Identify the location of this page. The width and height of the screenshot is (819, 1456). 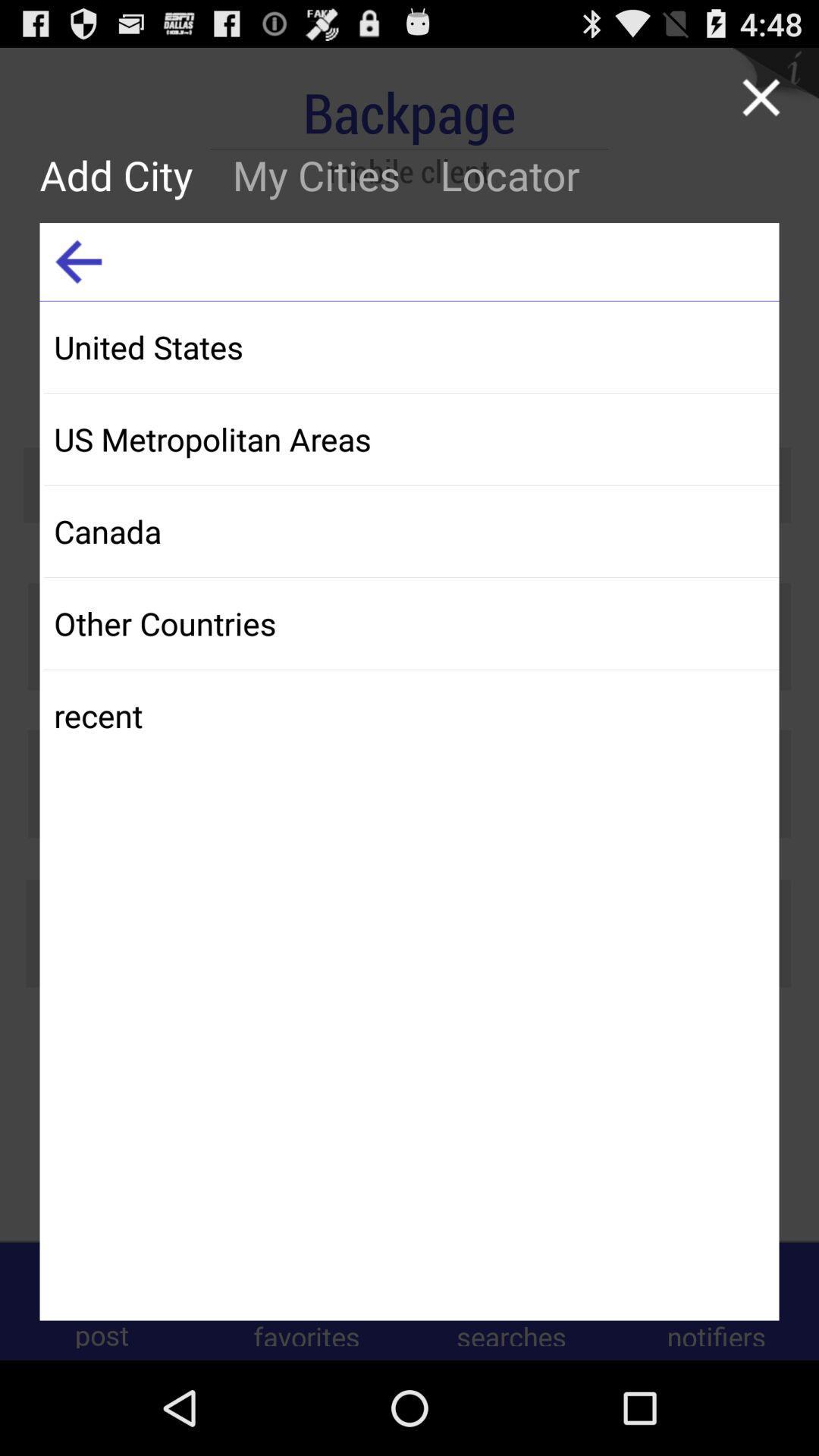
(761, 96).